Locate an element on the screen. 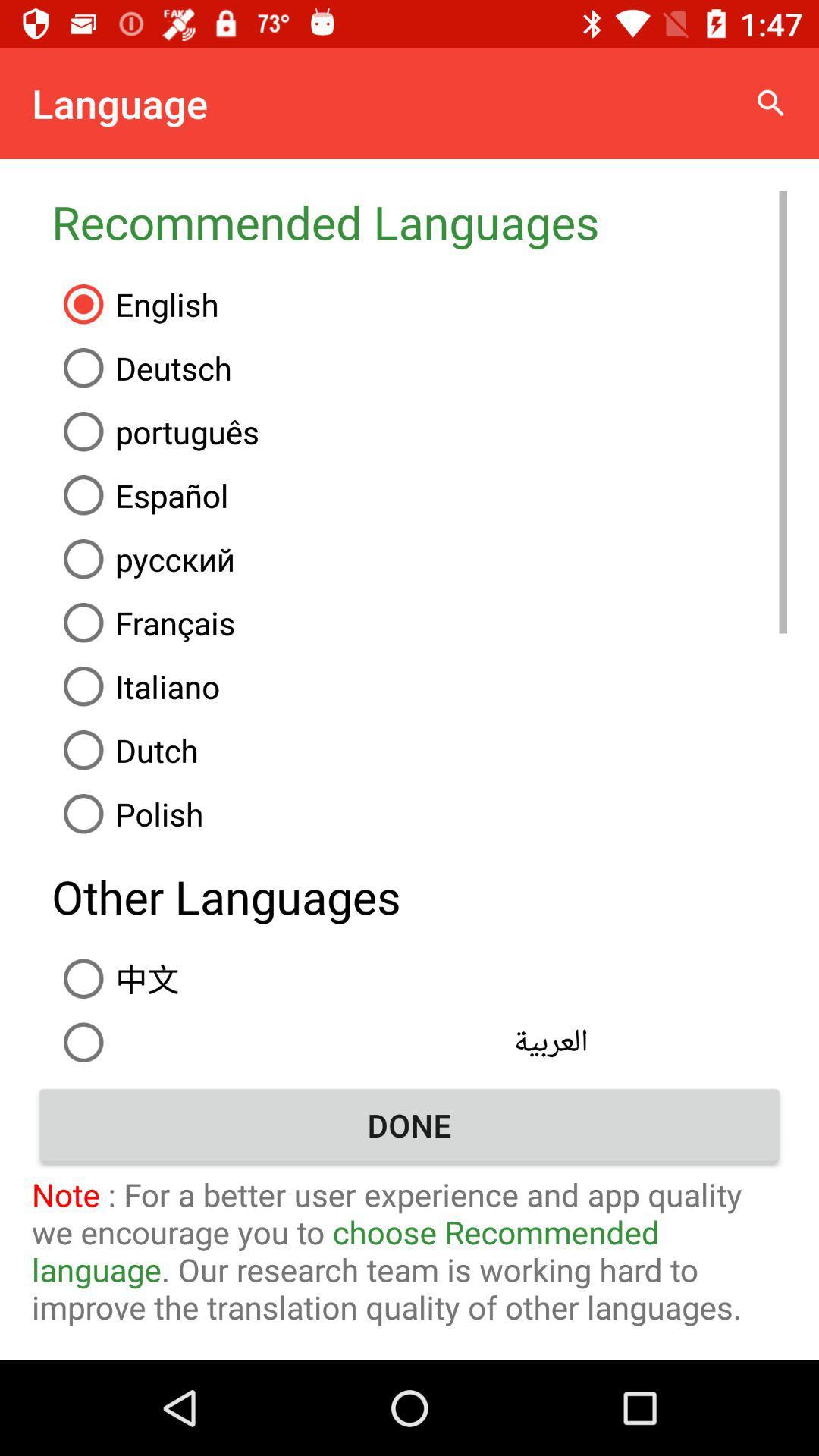 The height and width of the screenshot is (1456, 819). the done item is located at coordinates (409, 1125).